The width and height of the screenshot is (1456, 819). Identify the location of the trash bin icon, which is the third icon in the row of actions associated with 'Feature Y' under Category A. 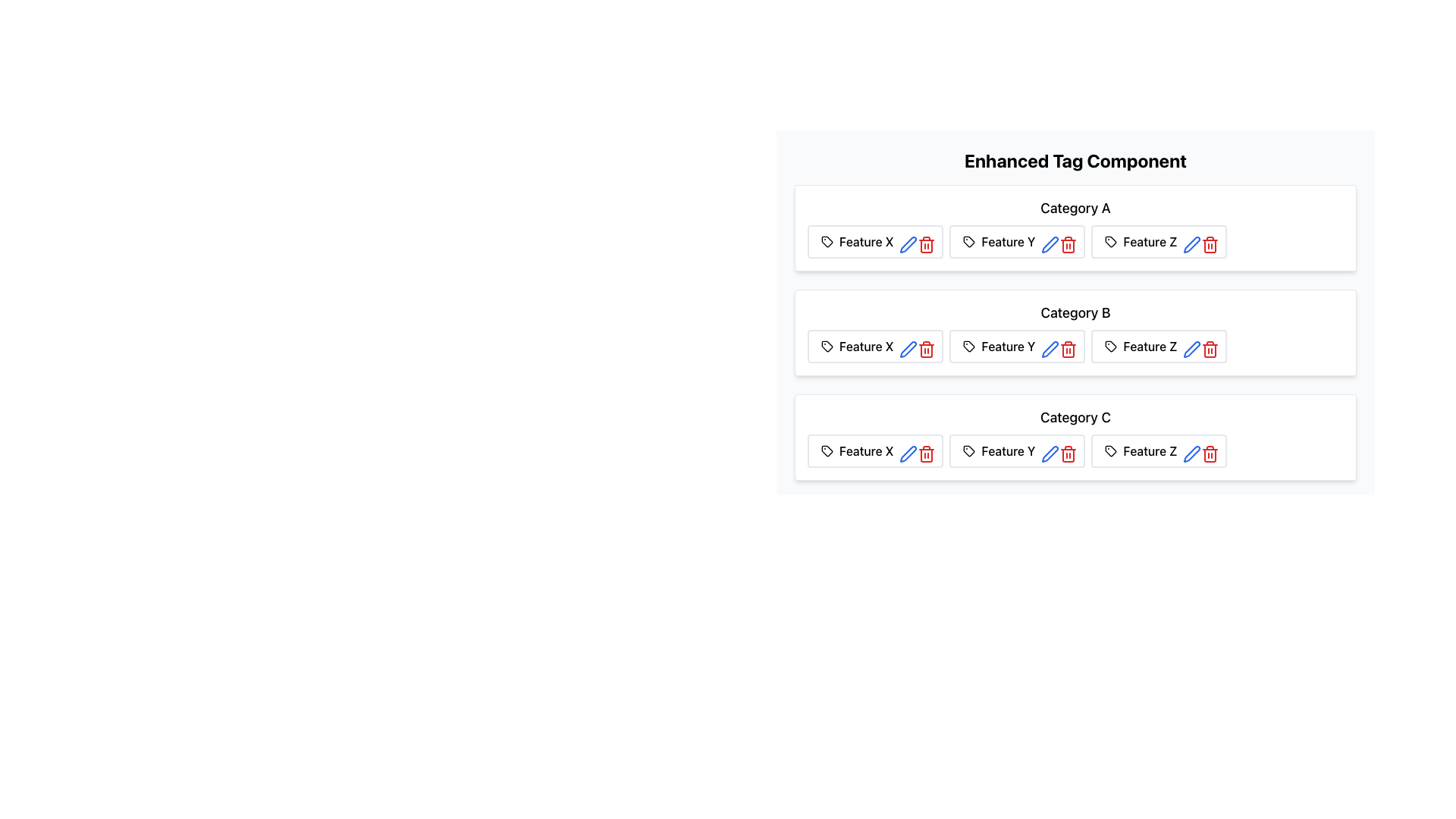
(1068, 244).